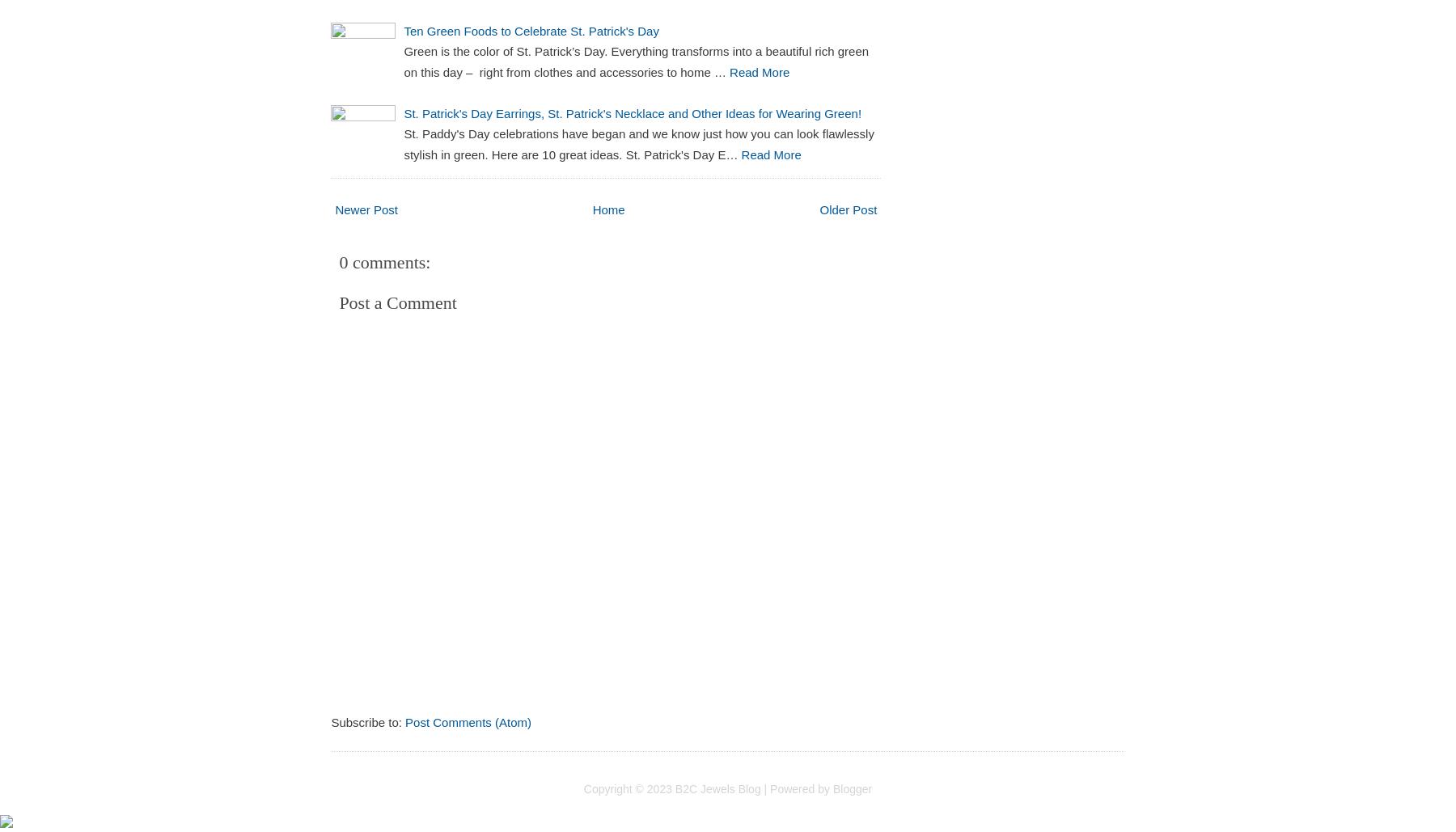 The height and width of the screenshot is (832, 1456). Describe the element at coordinates (330, 722) in the screenshot. I see `'Subscribe to:'` at that location.